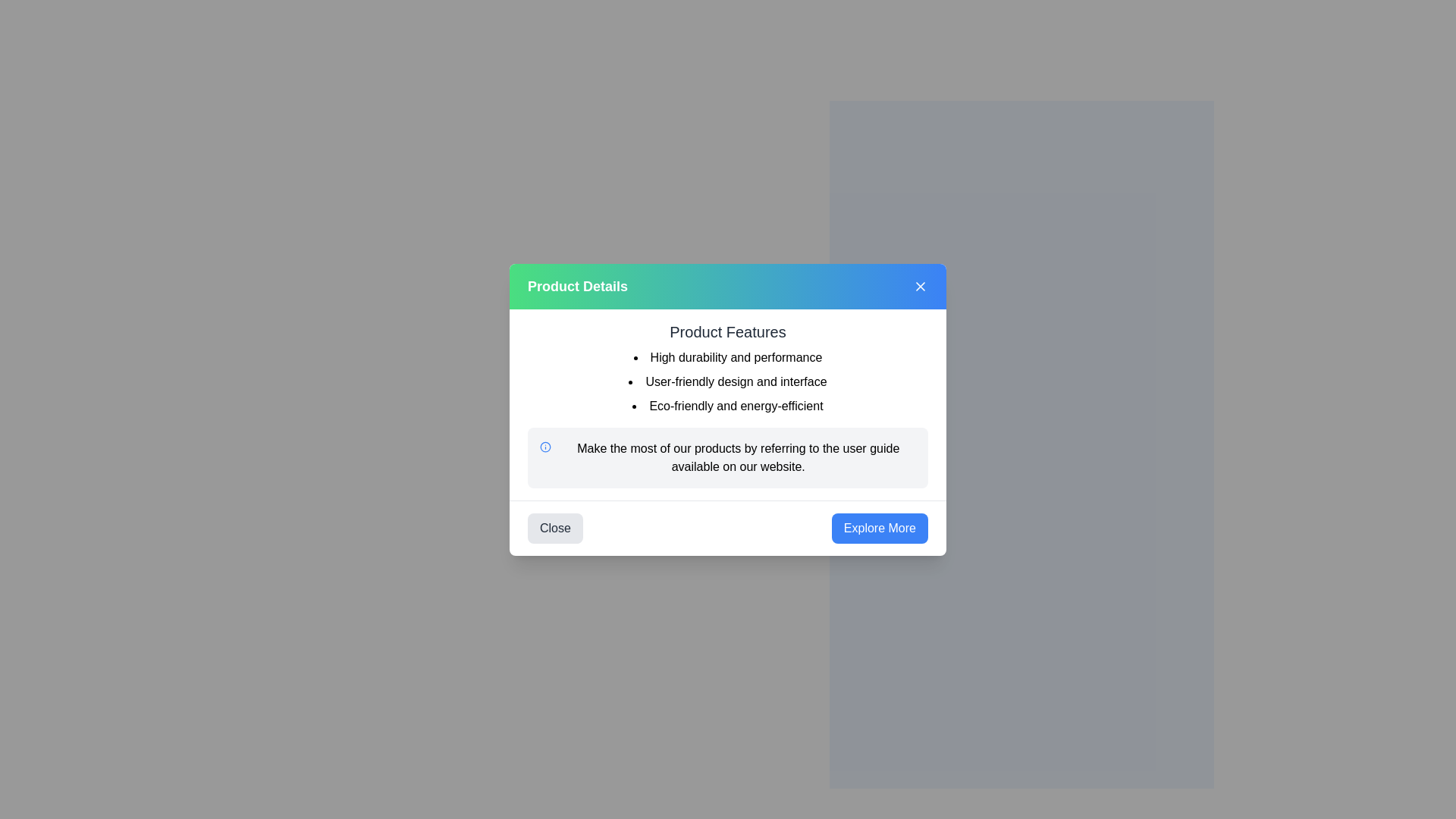 The image size is (1456, 819). Describe the element at coordinates (728, 357) in the screenshot. I see `the topmost bullet point in the product feature list that is located within the central modal dialog box, positioned directly below the 'Product Features' heading` at that location.